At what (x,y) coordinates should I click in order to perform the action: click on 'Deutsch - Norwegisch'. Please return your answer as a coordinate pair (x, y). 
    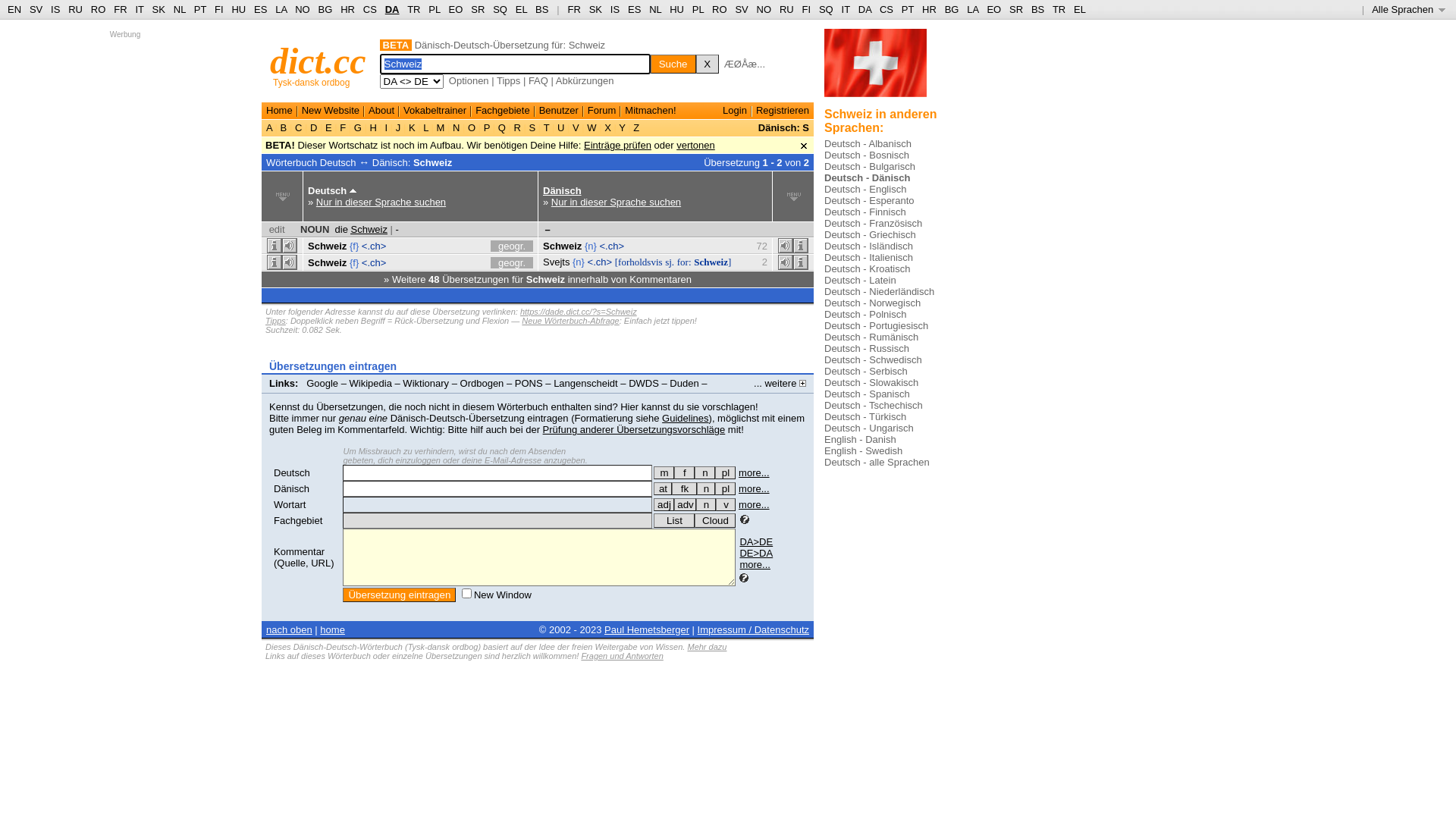
    Looking at the image, I should click on (872, 303).